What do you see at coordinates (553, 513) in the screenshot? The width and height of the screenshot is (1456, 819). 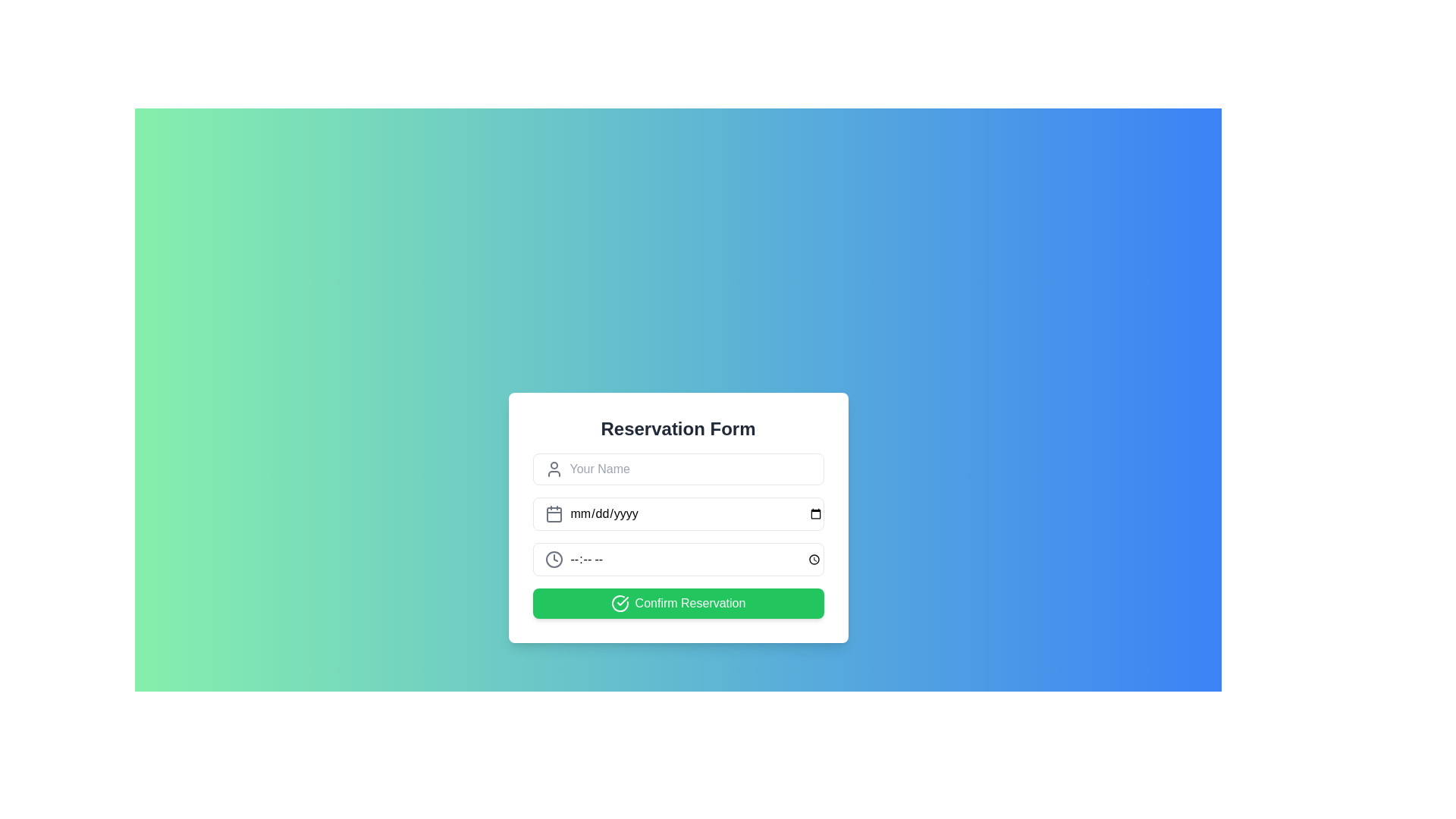 I see `the calendar icon located to the left side of the date input field, which serves as a visual indicator for selecting a date` at bounding box center [553, 513].